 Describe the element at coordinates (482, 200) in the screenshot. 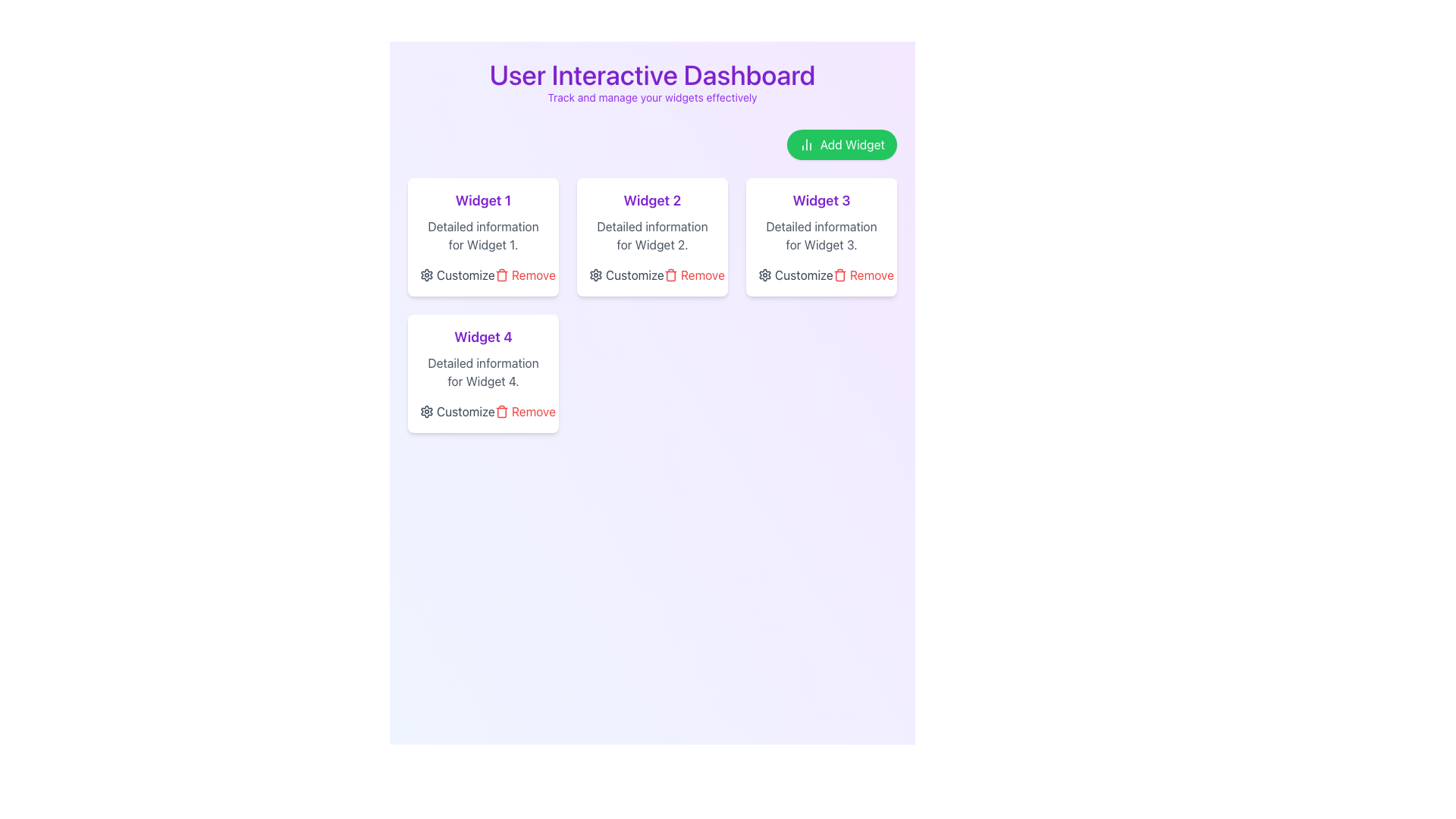

I see `the Text Label that identifies the card as 'Widget 1', which is positioned at the top of the first card in a grid layout` at that location.